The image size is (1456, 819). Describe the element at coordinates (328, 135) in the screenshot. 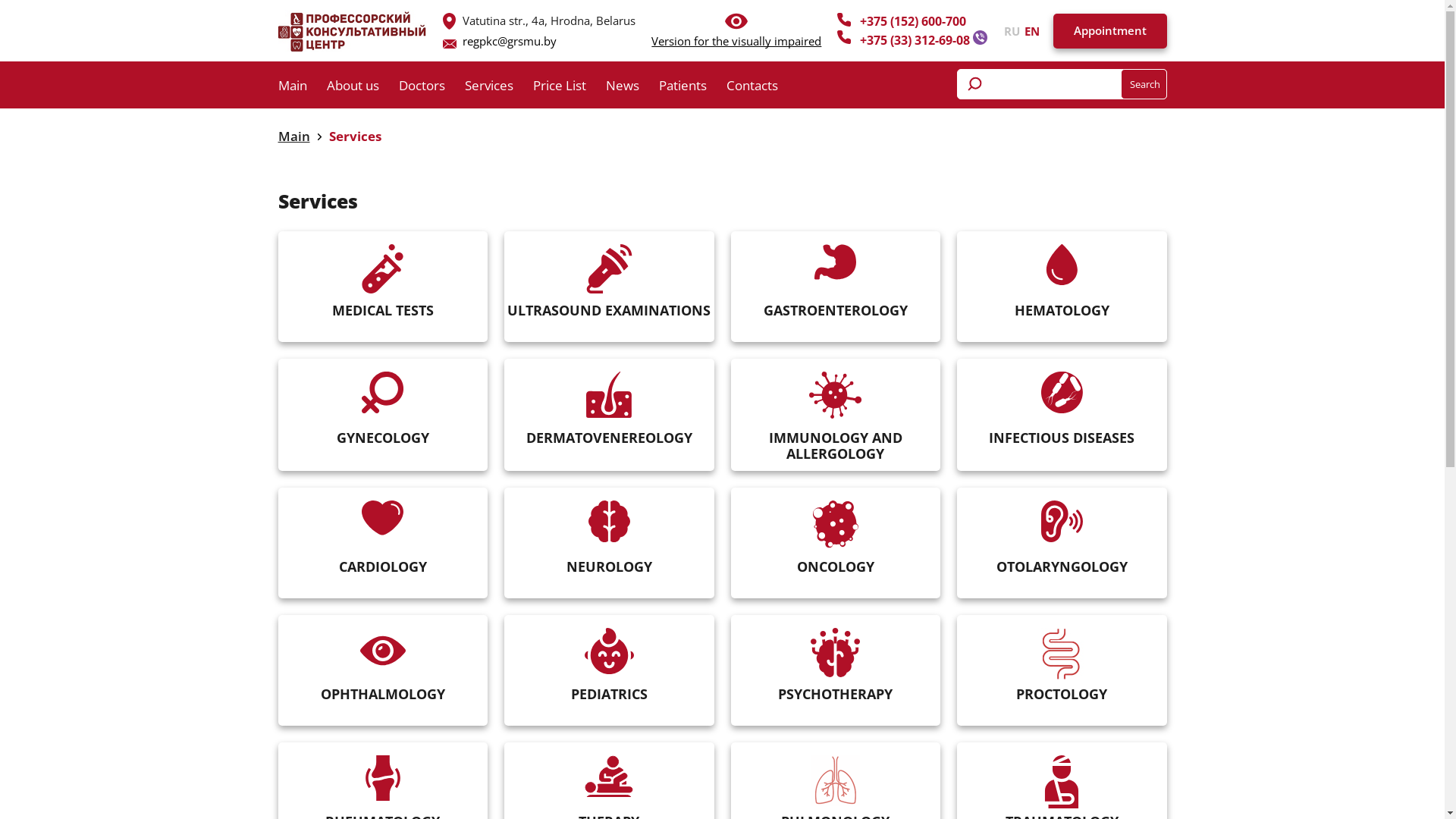

I see `'Services'` at that location.